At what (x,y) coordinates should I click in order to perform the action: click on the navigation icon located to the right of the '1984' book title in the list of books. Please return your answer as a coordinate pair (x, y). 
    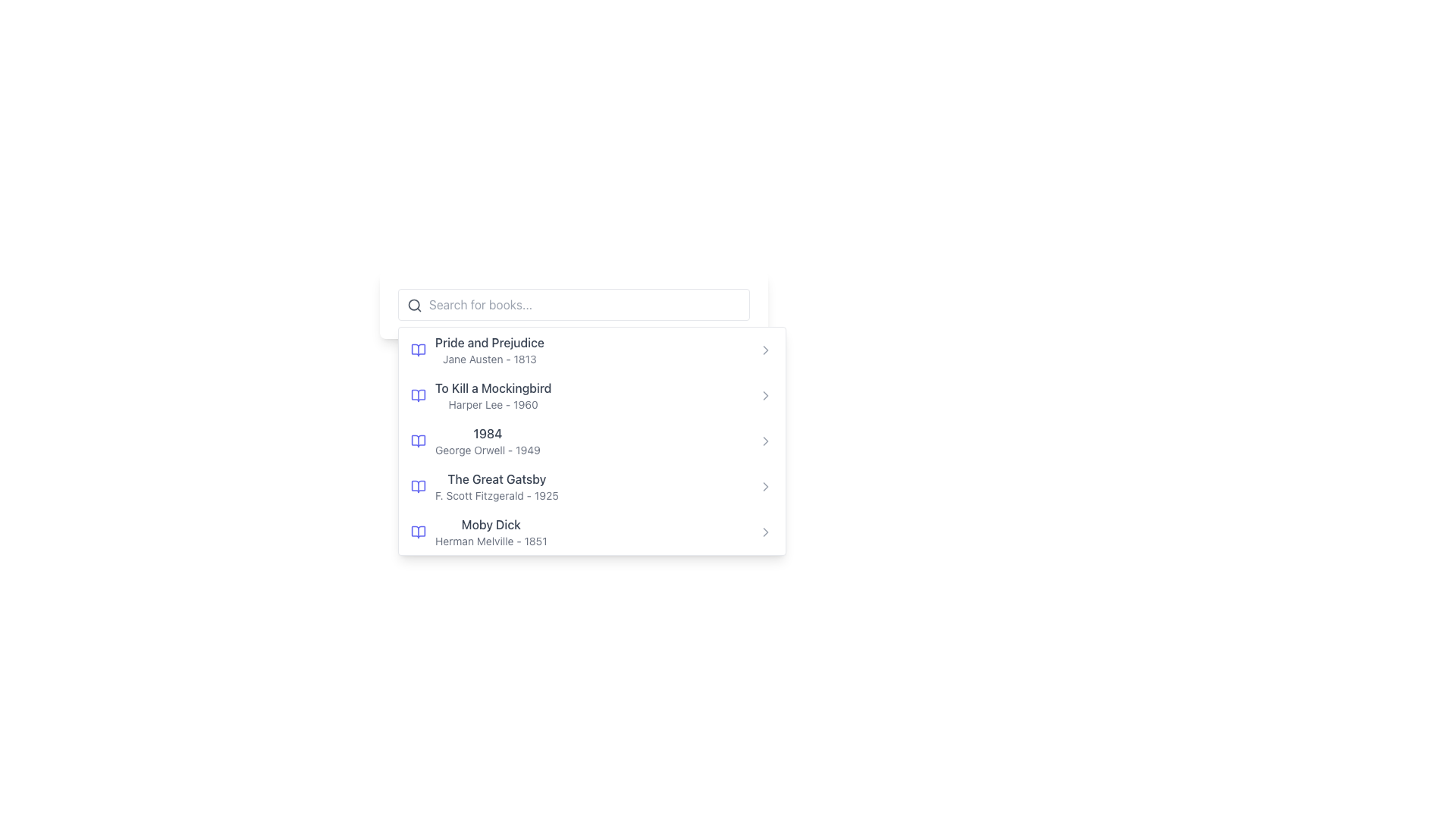
    Looking at the image, I should click on (765, 441).